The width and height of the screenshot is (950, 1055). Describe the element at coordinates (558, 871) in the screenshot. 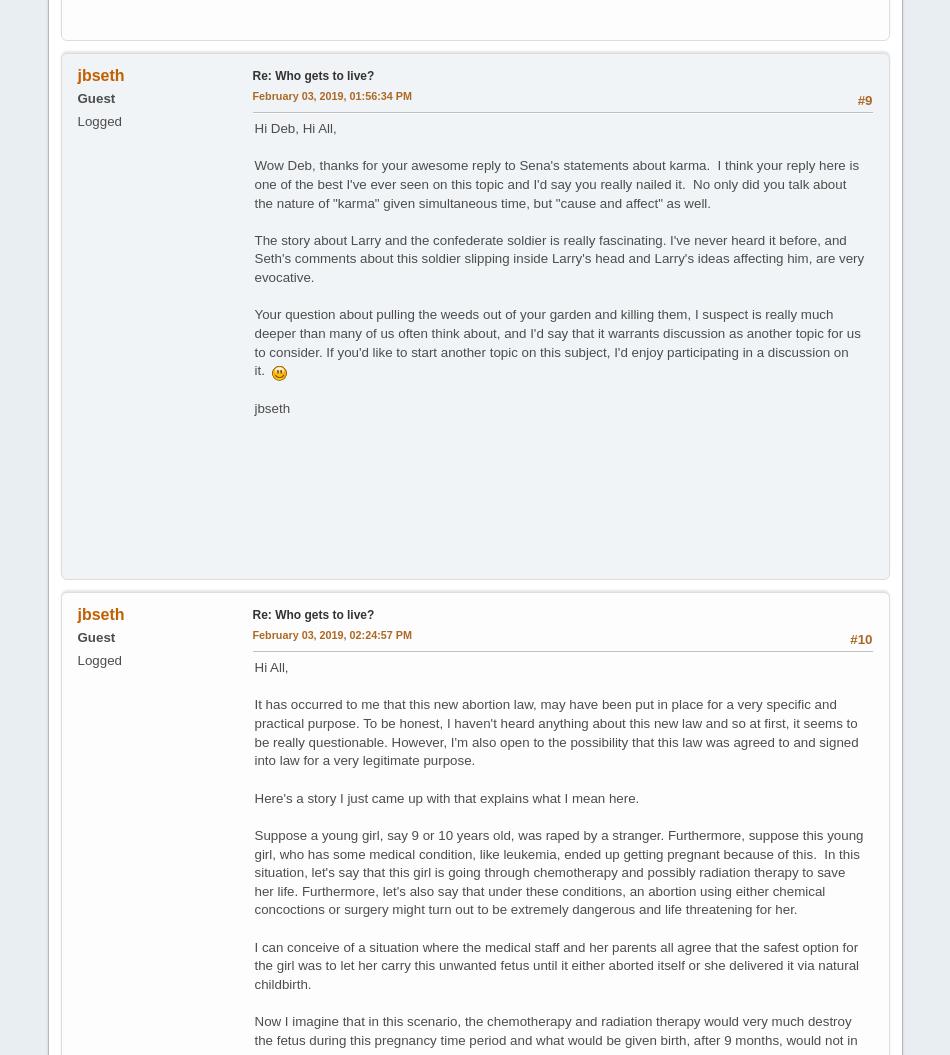

I see `'Suppose a young girl, say 9 or 10 years old, was raped by a stranger. Furthermore, suppose this young girl, who has some medical condition, like leukemia, ended up getting pregnant because of this.  In this situation, let's say that this girl is going through chemotherapy and possibly radiation therapy to save her life. Furthermore, let's also say that under these conditions, an abortion using either chemical concoctions or surgery might turn out to be extremely dangerous and life threatening for her.'` at that location.